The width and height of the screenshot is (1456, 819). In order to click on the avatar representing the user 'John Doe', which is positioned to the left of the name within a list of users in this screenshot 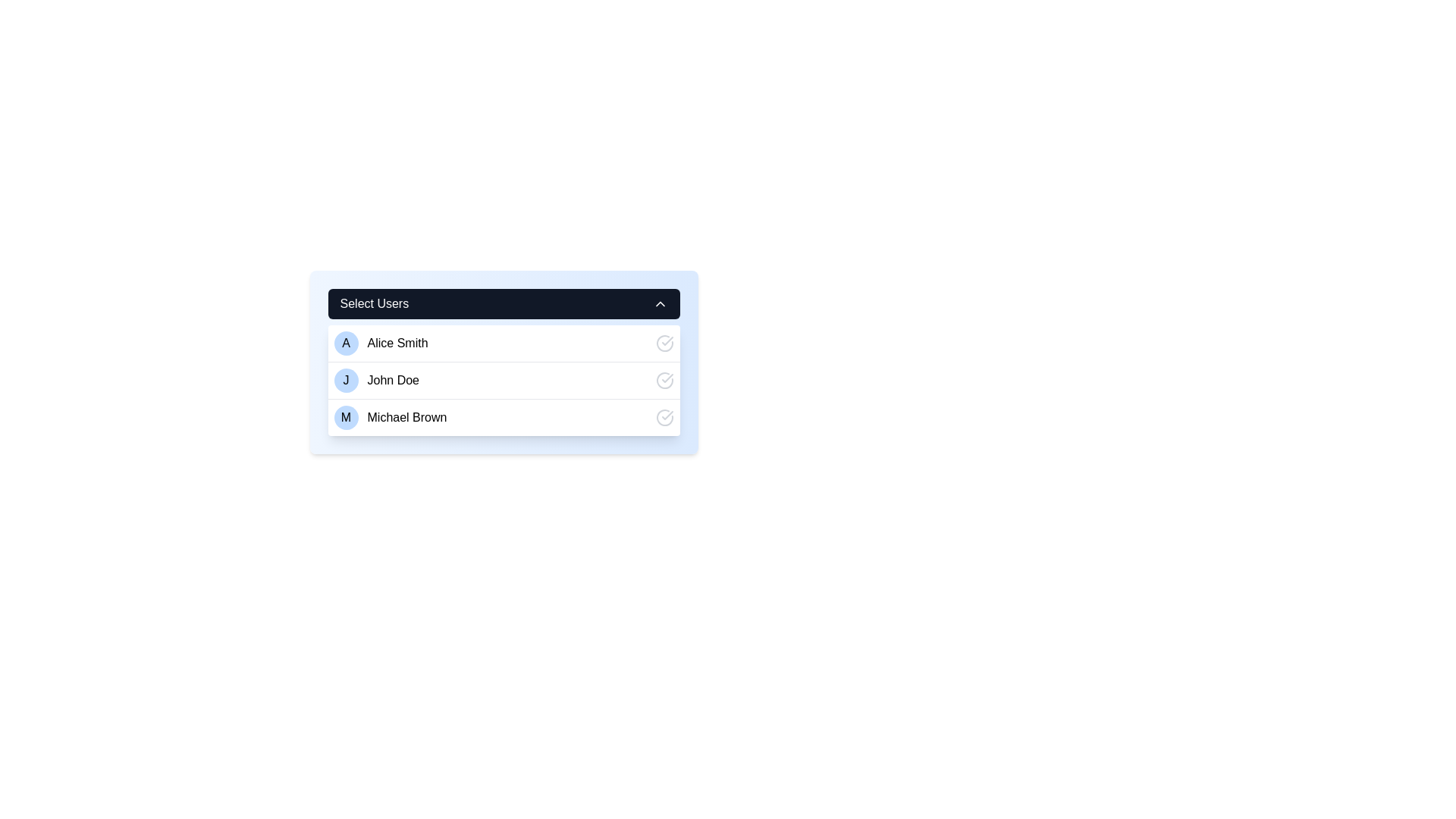, I will do `click(345, 379)`.